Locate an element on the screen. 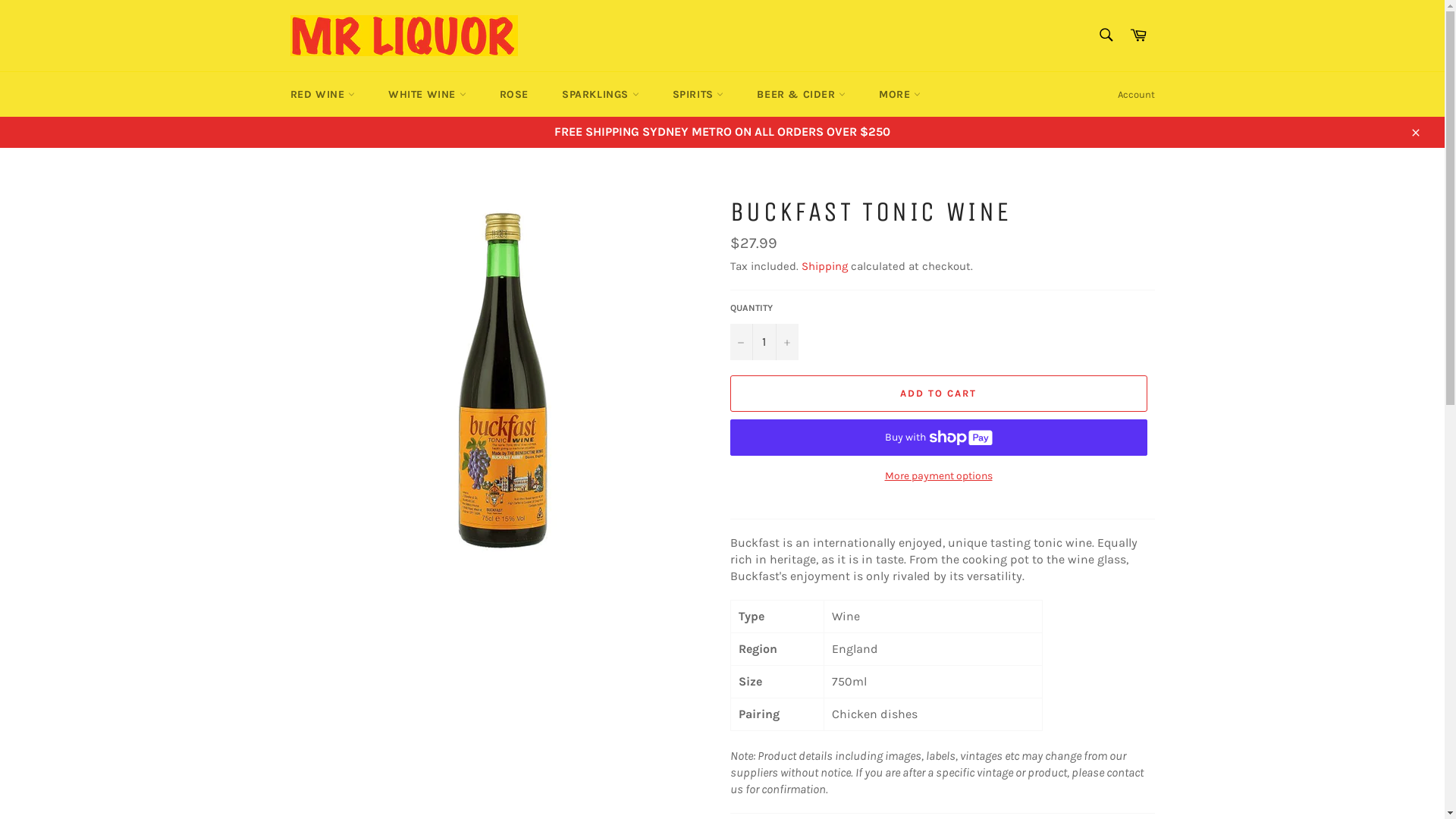  'ROSE' is located at coordinates (513, 94).